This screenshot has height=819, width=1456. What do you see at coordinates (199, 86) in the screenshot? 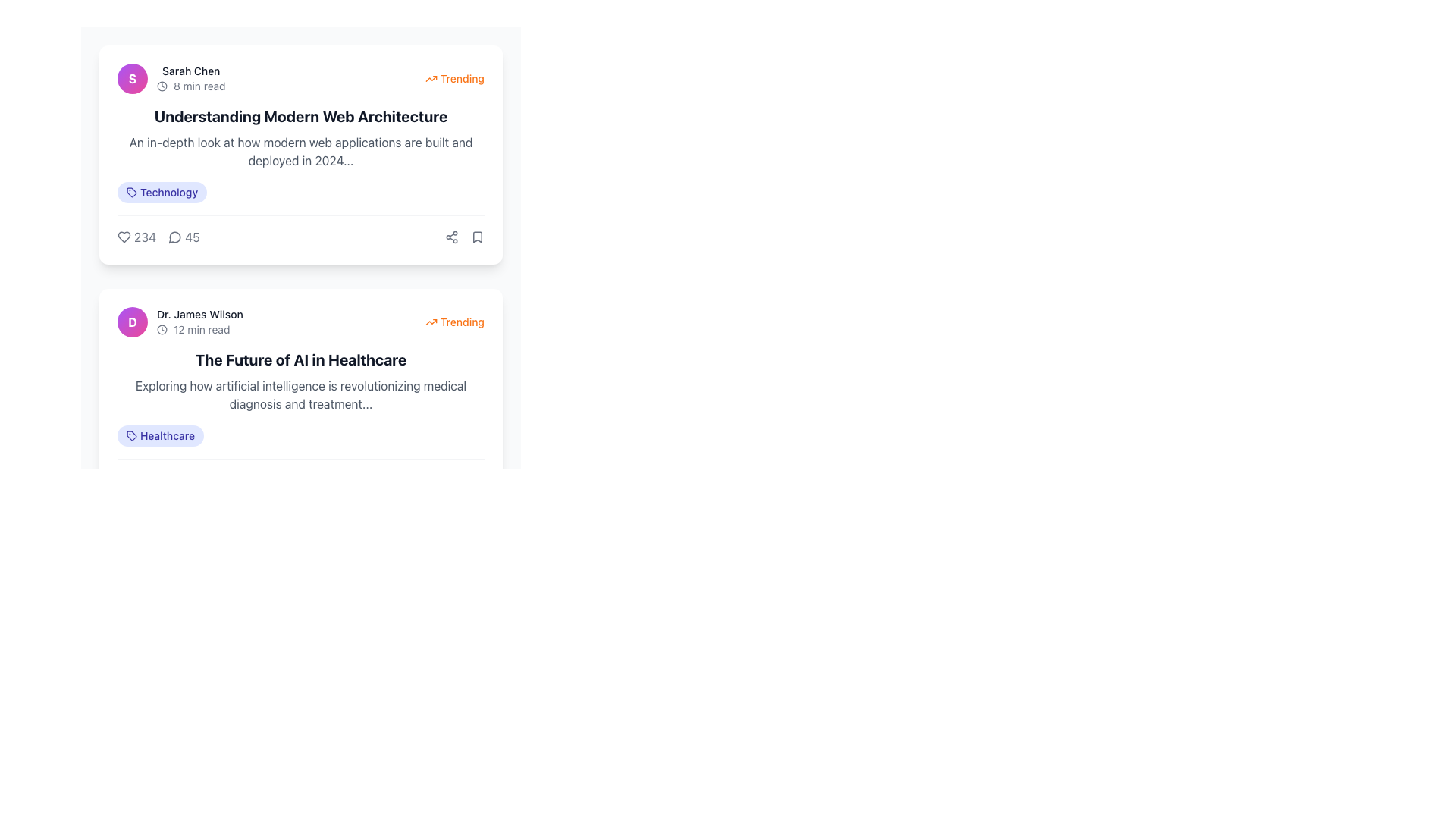
I see `the static text label displaying '8 min read', which is styled in gray color and located to the right of a clock icon` at bounding box center [199, 86].